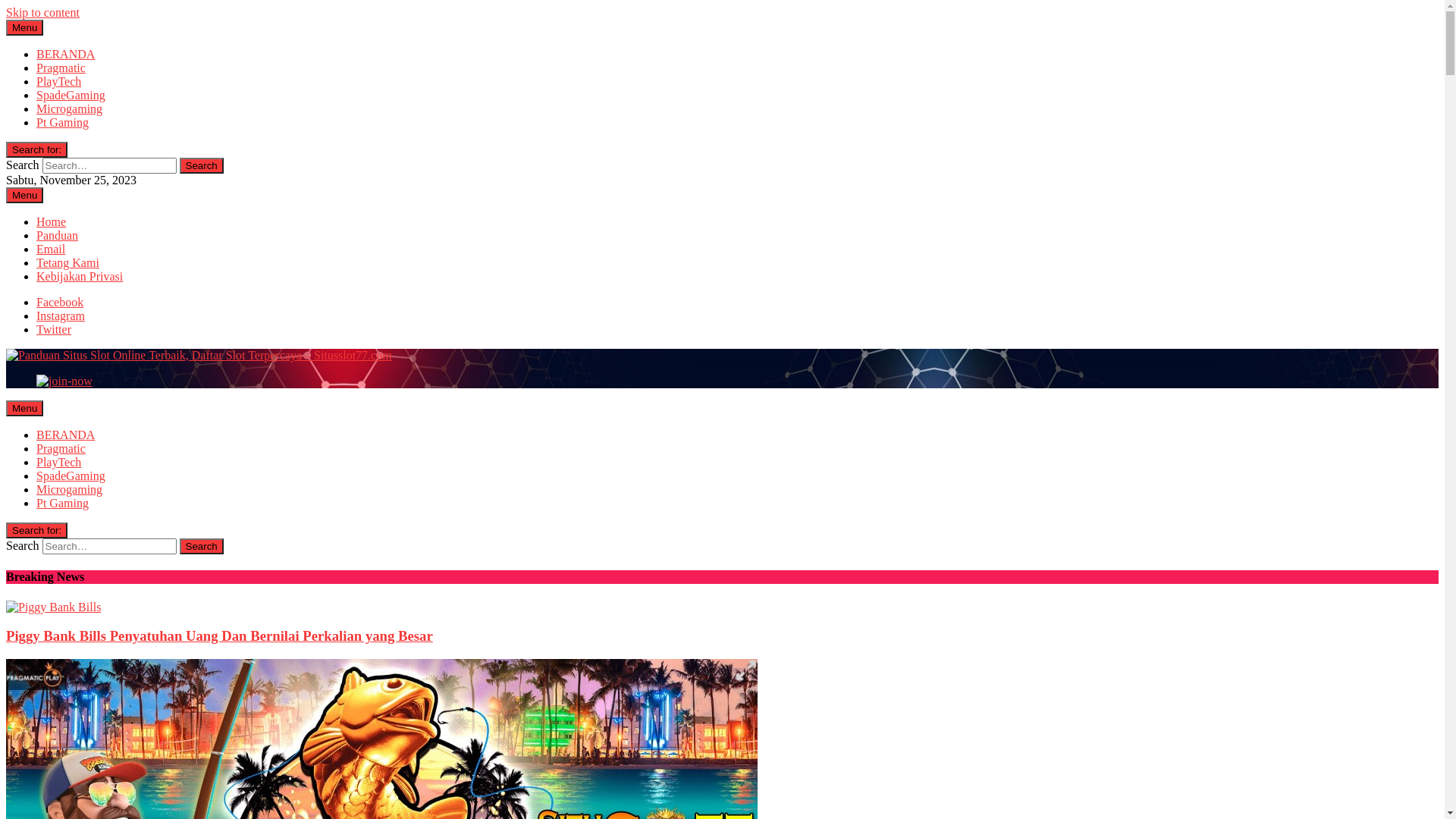 The height and width of the screenshot is (819, 1456). I want to click on 'SpadeGaming', so click(70, 95).